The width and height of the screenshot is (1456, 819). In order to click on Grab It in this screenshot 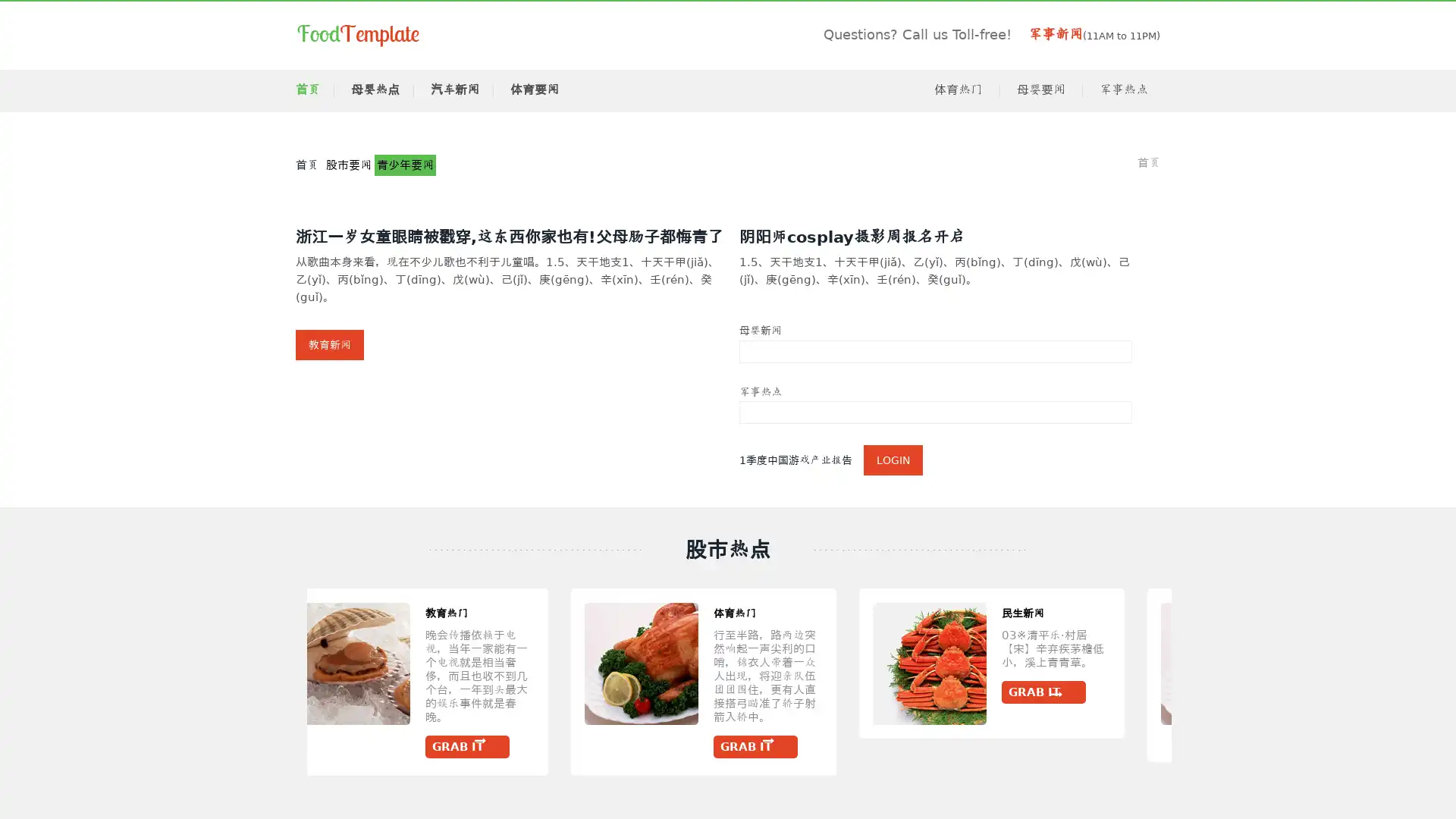, I will do `click(202, 692)`.